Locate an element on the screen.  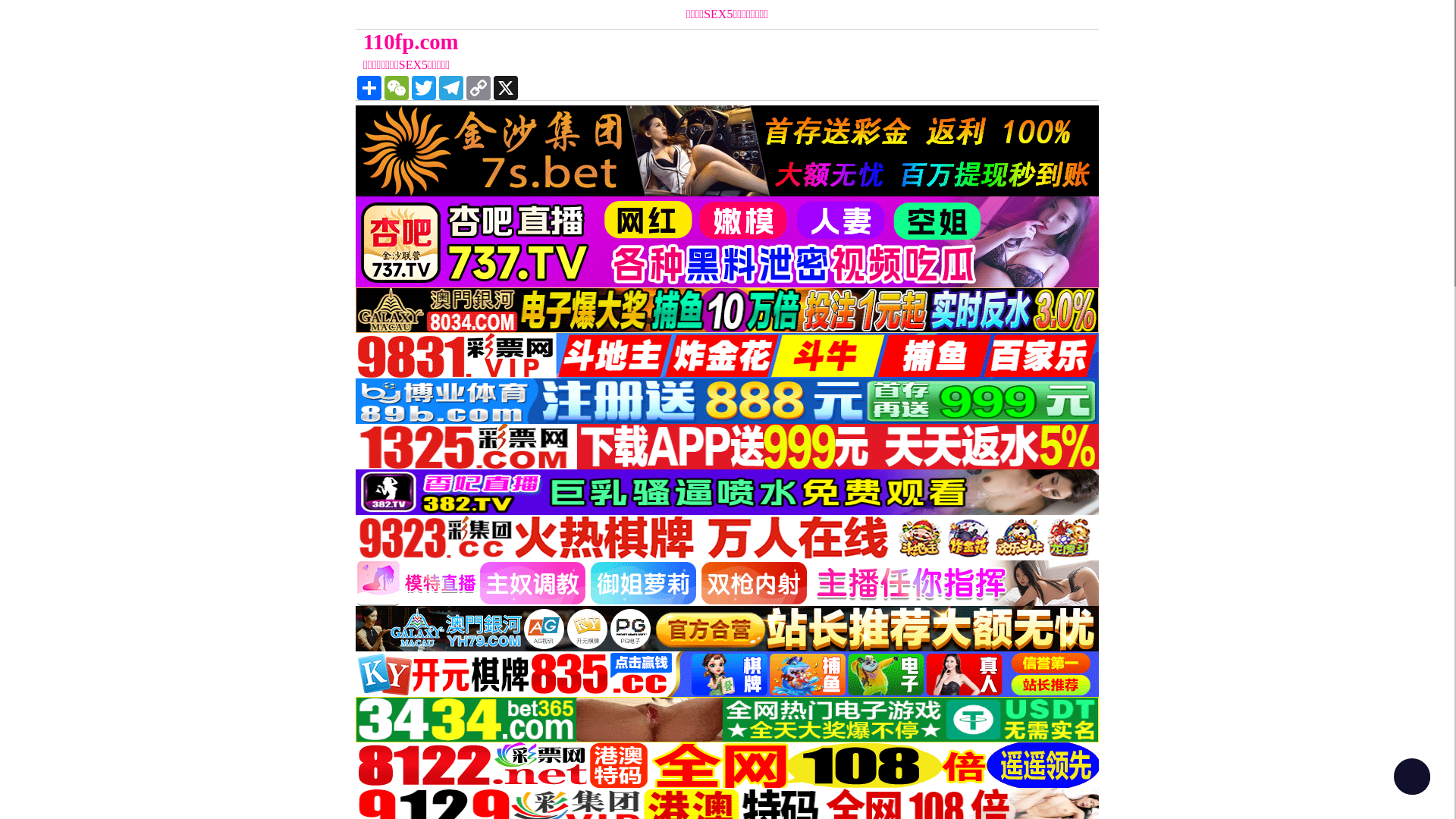
'110fp.com' is located at coordinates (355, 41).